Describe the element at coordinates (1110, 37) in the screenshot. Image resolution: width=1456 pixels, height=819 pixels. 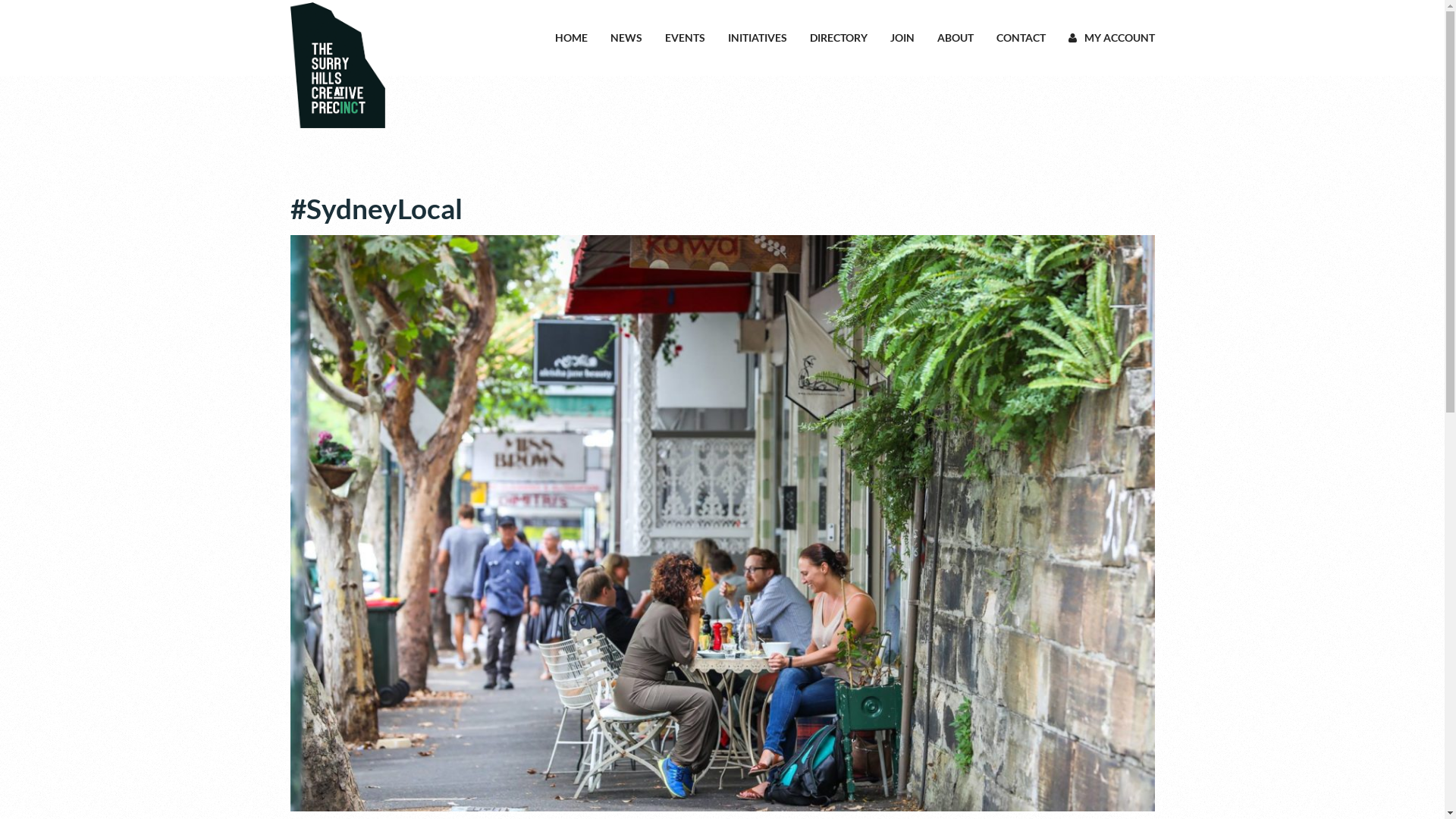
I see `'MY ACCOUNT'` at that location.